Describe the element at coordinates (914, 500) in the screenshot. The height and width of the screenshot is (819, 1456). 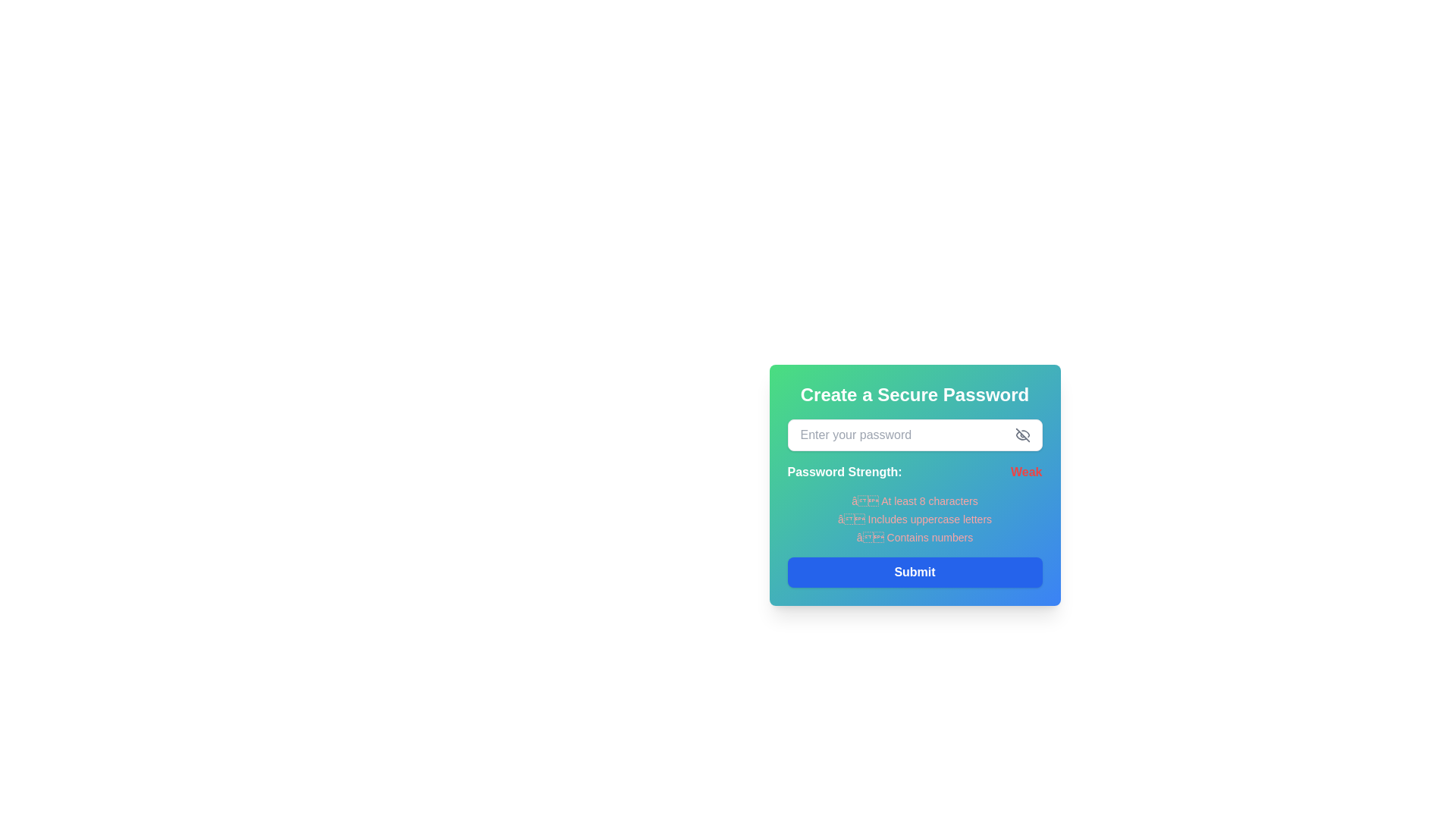
I see `the informational text label displaying '✗ At least 8 characters' styled in red font color, located under the 'Password Strength' heading` at that location.